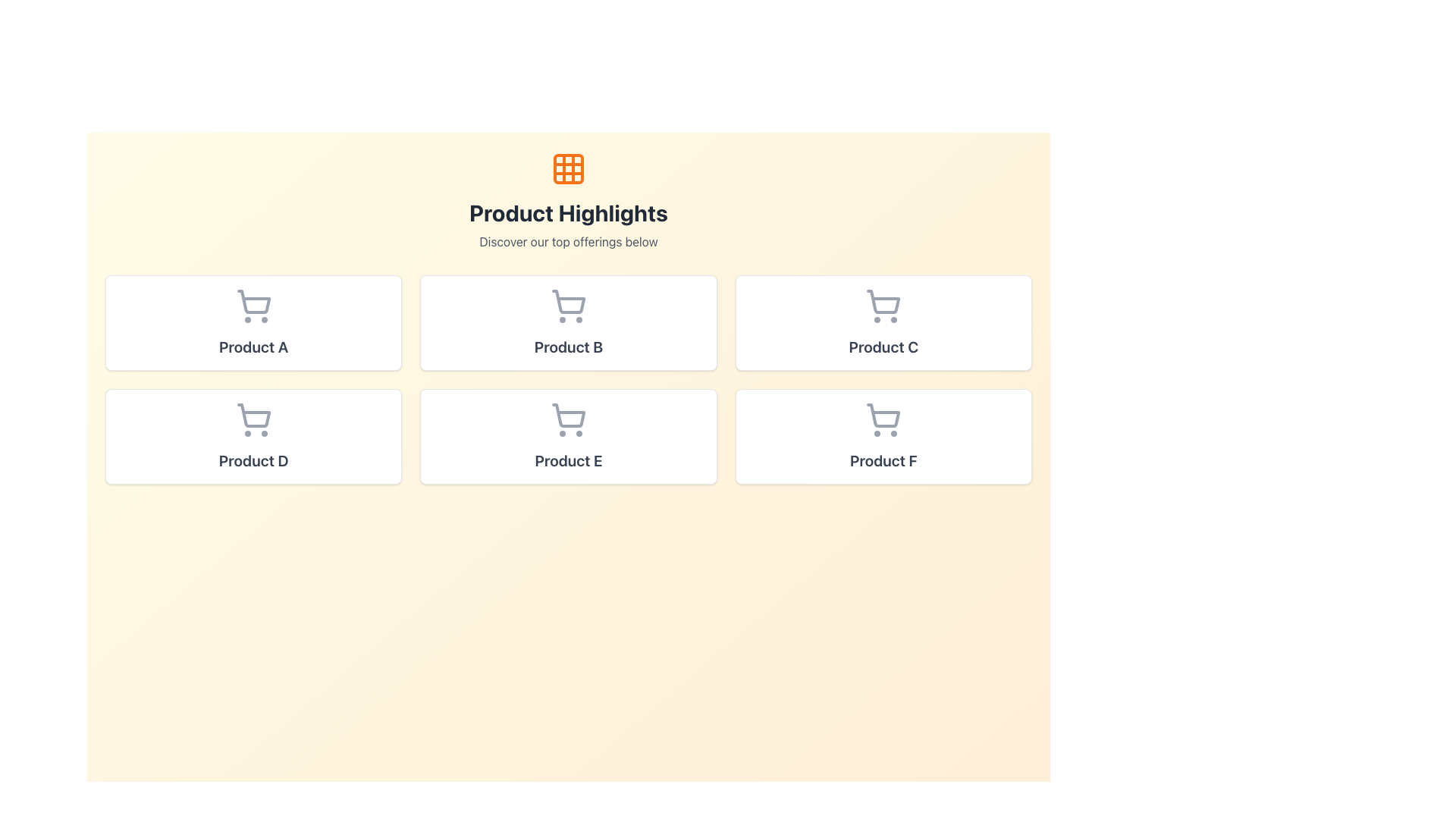 This screenshot has width=1456, height=819. I want to click on the second card, so click(567, 436).